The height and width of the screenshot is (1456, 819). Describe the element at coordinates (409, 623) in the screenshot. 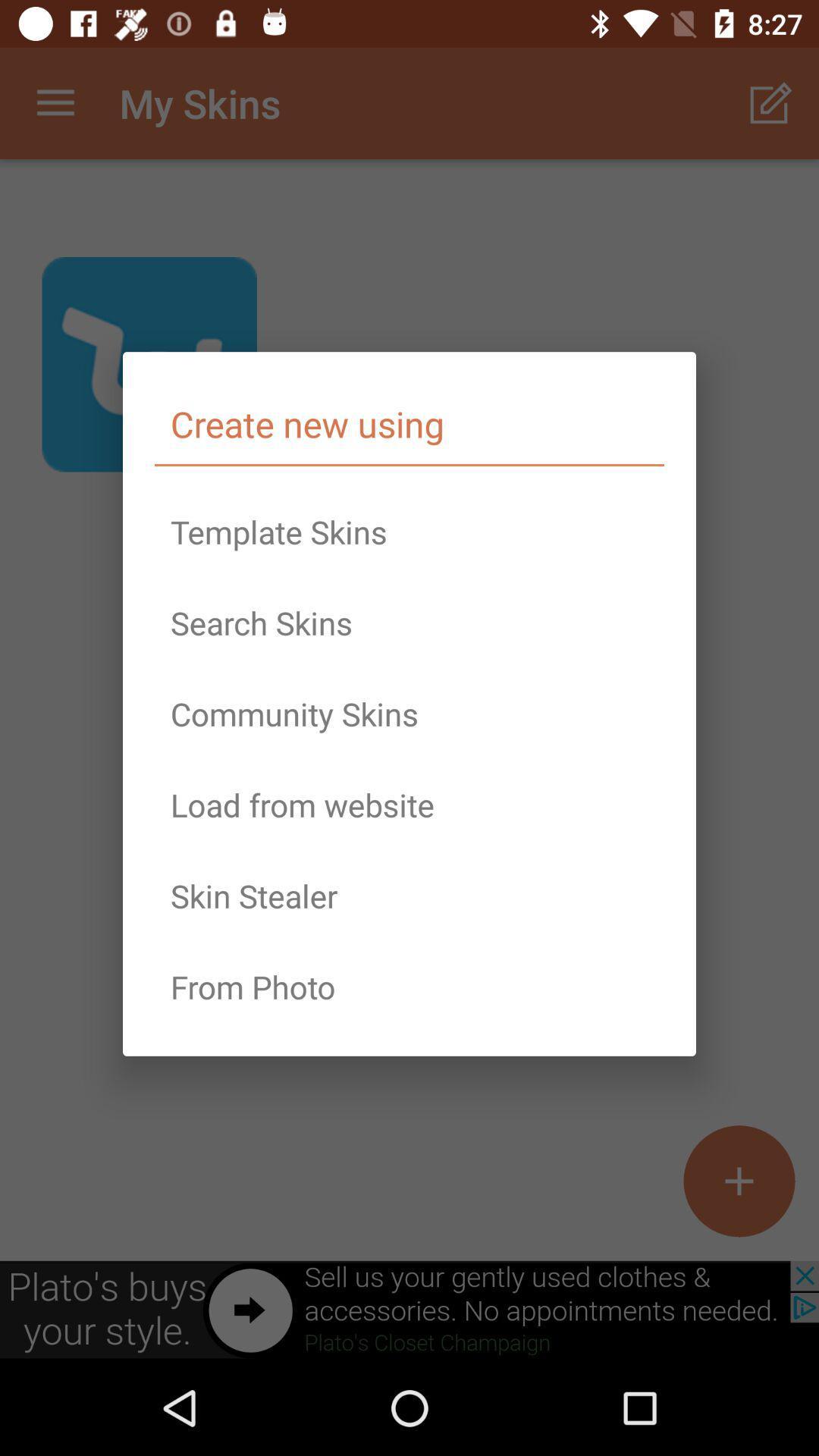

I see `icon below the template skins icon` at that location.